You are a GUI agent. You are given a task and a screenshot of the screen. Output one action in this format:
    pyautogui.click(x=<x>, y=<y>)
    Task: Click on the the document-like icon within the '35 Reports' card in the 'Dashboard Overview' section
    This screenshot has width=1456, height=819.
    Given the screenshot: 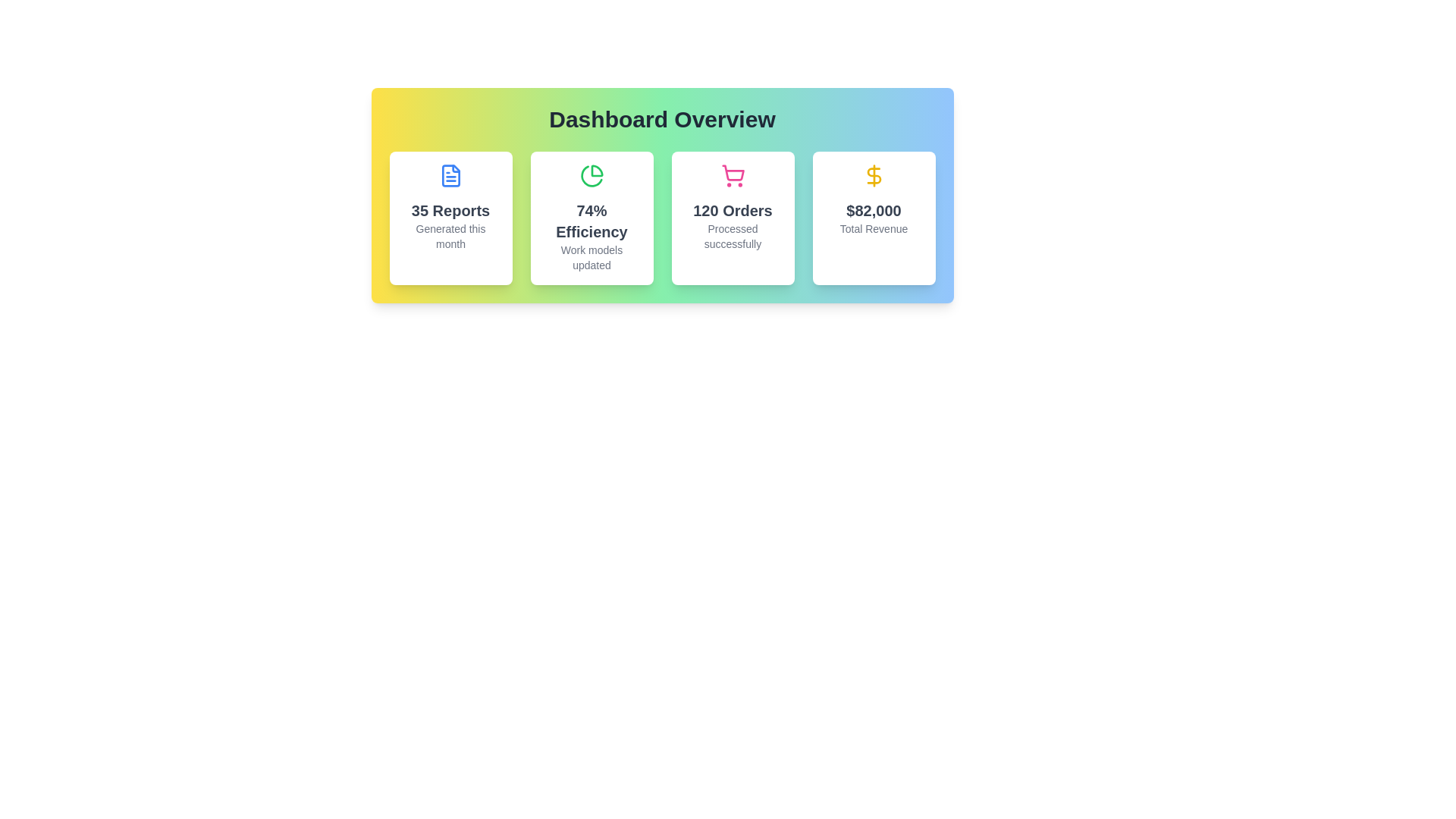 What is the action you would take?
    pyautogui.click(x=450, y=174)
    